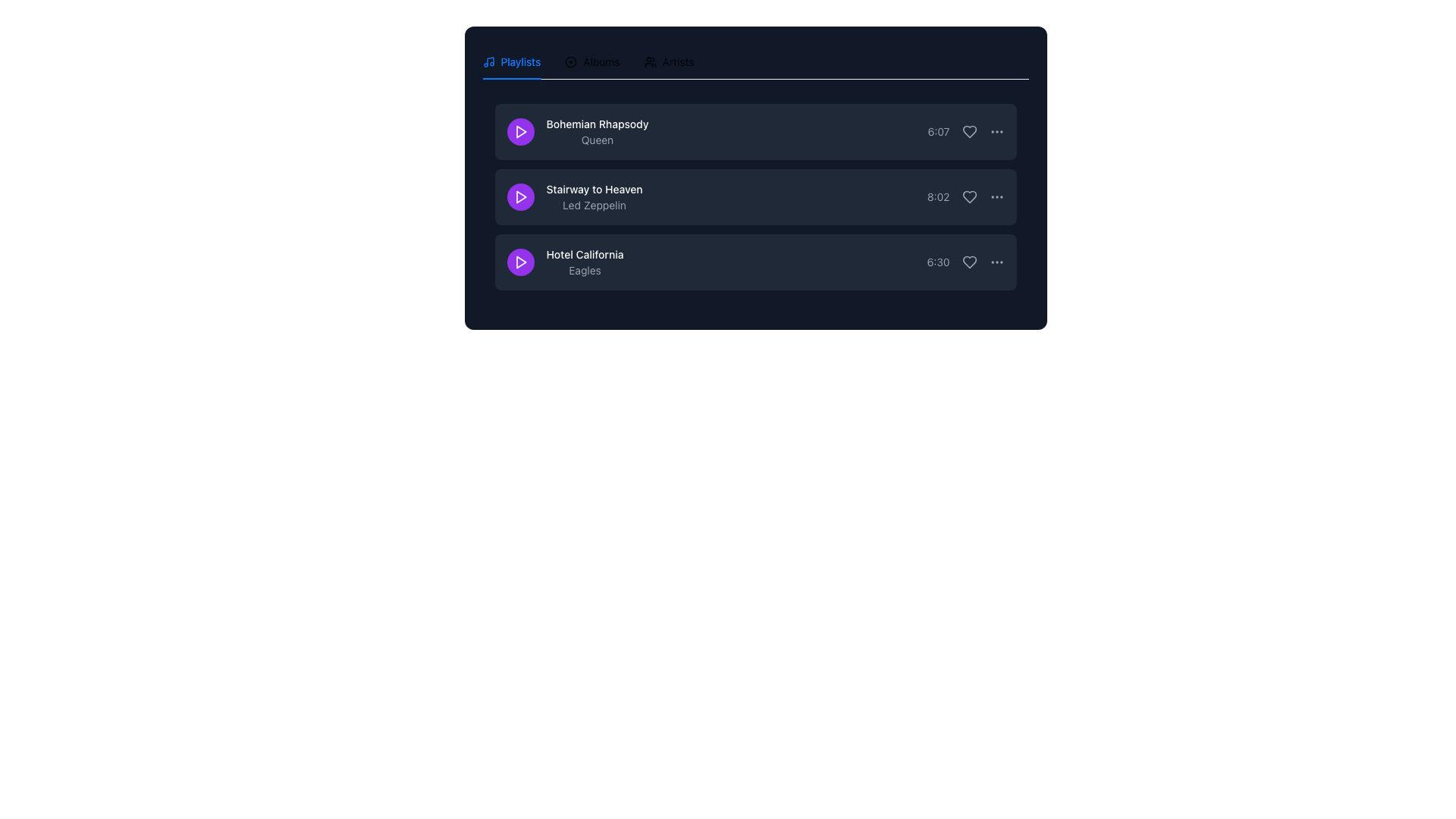 Image resolution: width=1456 pixels, height=819 pixels. Describe the element at coordinates (996, 196) in the screenshot. I see `the options icon (ellipsis) located to the far right of the song 'Stairway to Heaven' in the playlist interface` at that location.